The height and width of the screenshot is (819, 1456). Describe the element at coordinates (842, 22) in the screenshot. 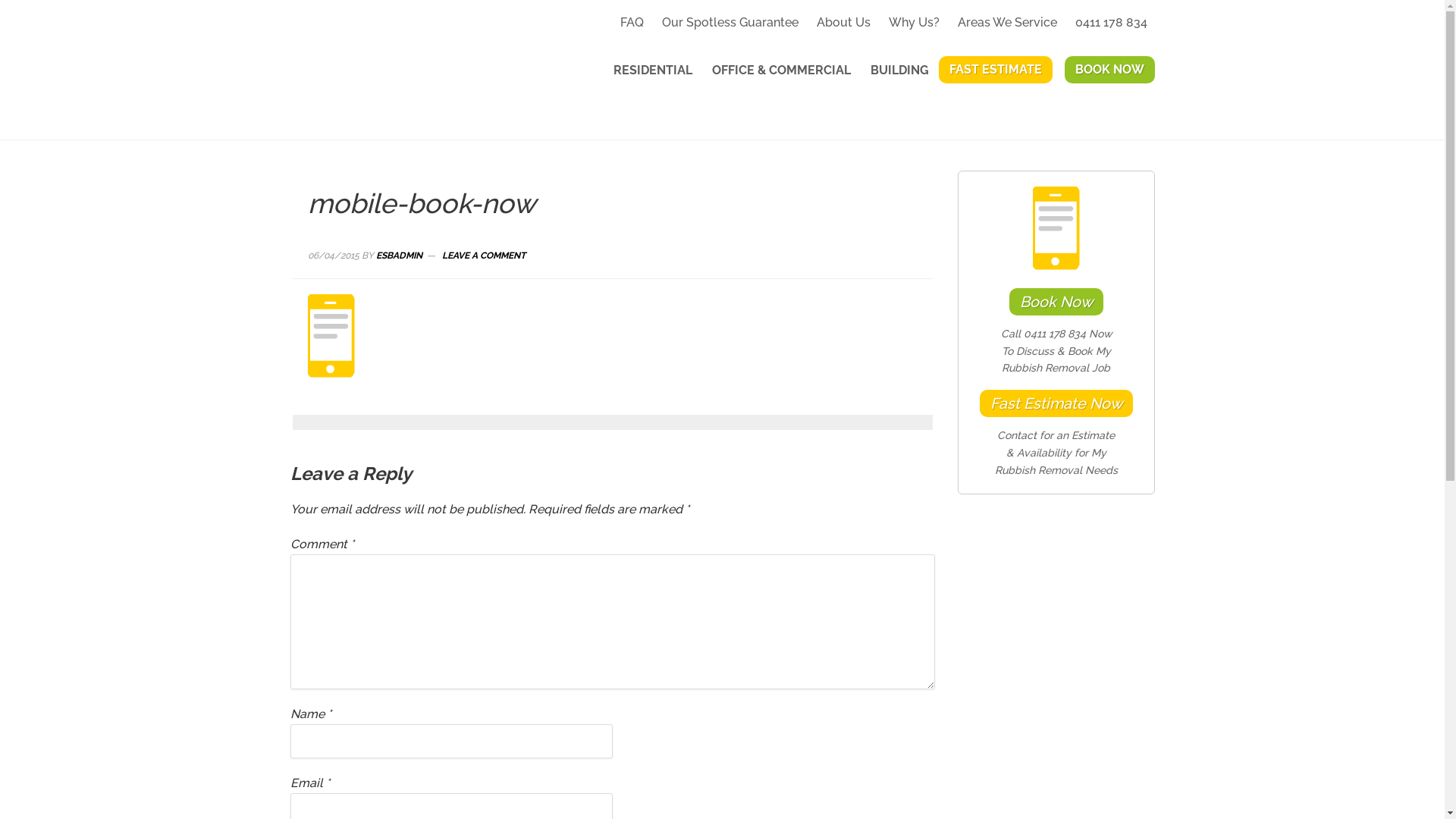

I see `'About Us'` at that location.